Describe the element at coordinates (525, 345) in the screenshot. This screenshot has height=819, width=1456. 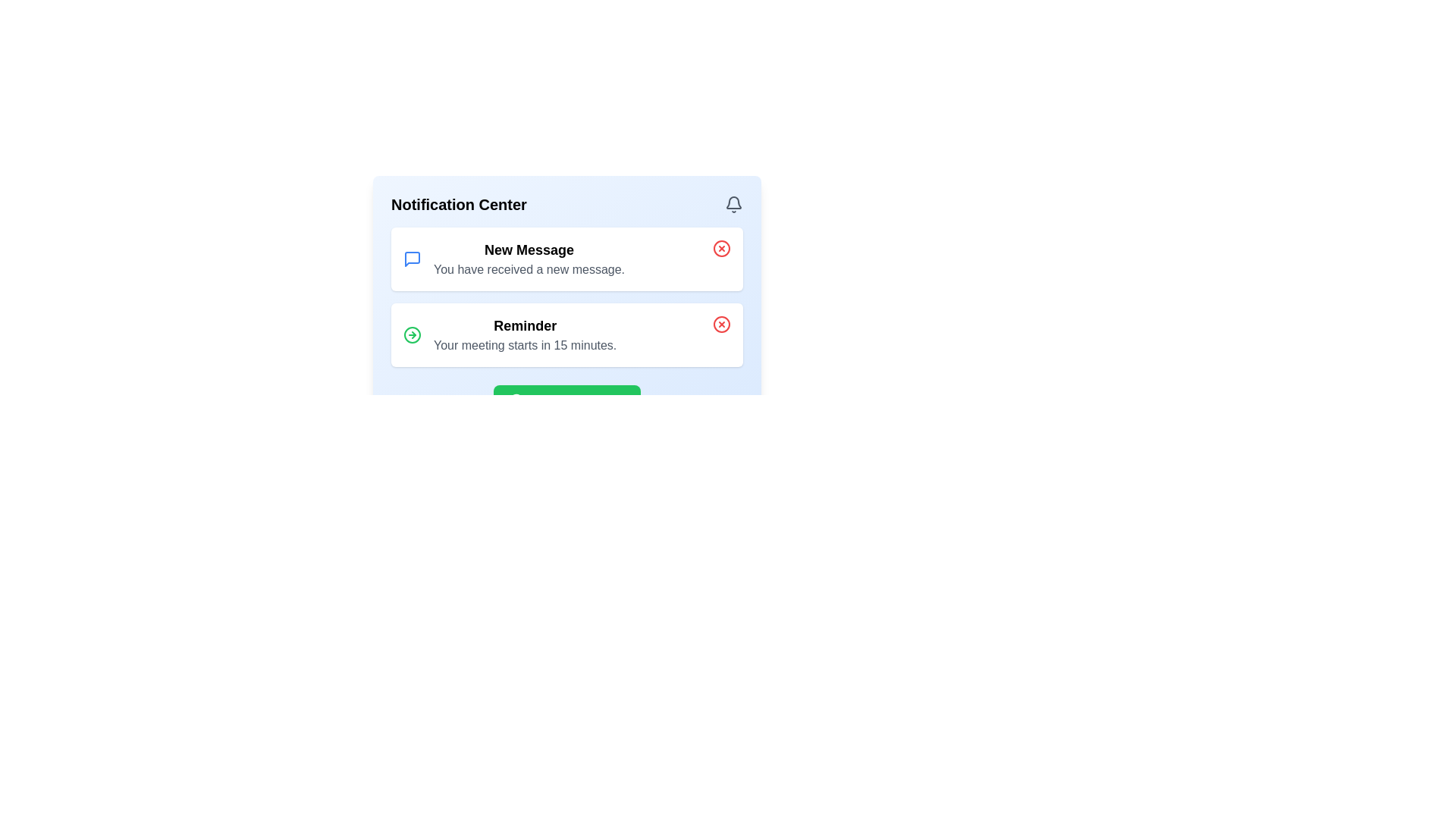
I see `notification content which displays 'Your meeting starts in 15 minutes.' located beneath the bold 'Reminder' text in the notification card` at that location.